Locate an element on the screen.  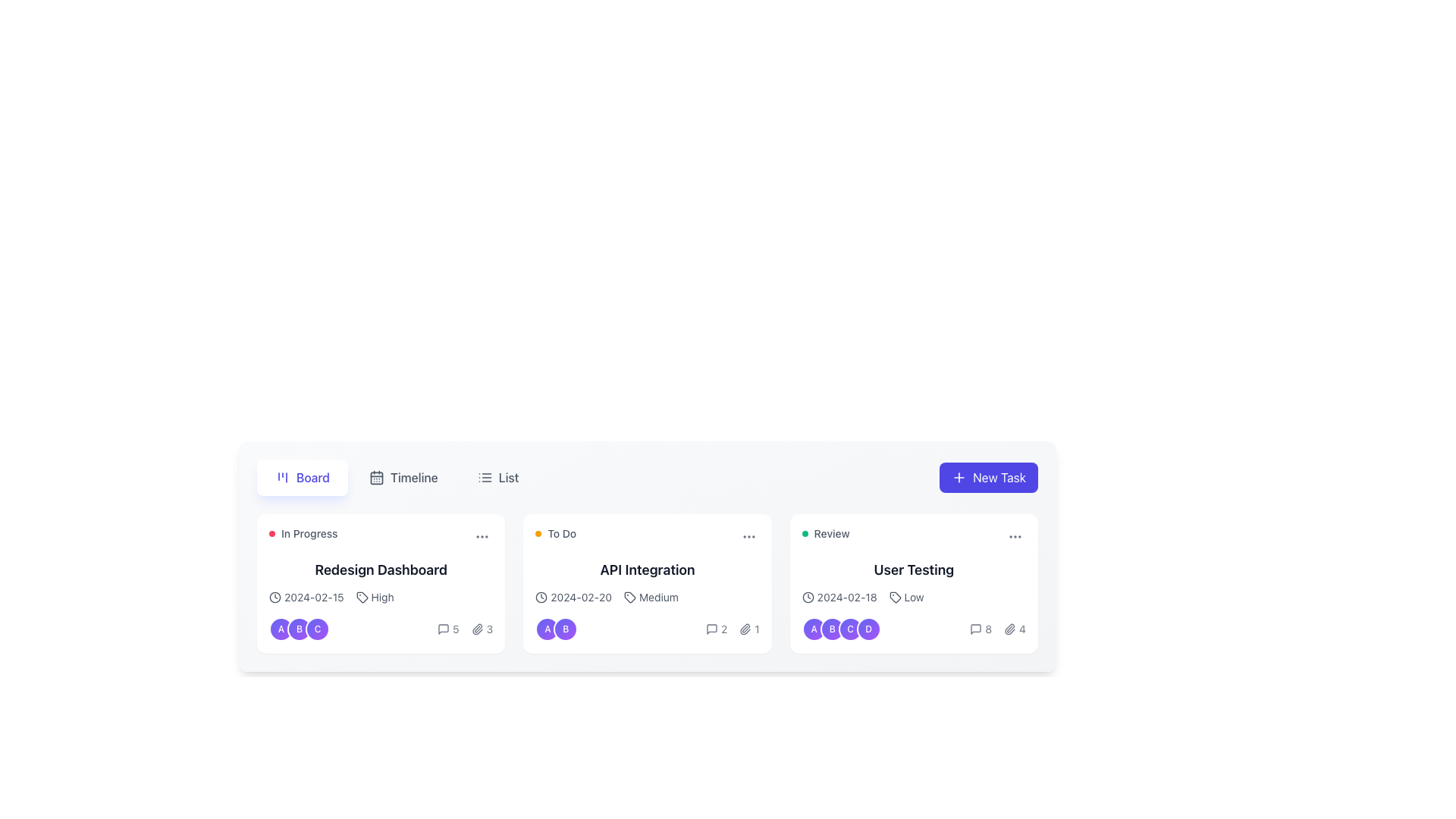
the circular avatar label with a gradient background featuring the letter 'D' in white, which is the fourth element in a horizontal arrangement of similar icons is located at coordinates (868, 629).